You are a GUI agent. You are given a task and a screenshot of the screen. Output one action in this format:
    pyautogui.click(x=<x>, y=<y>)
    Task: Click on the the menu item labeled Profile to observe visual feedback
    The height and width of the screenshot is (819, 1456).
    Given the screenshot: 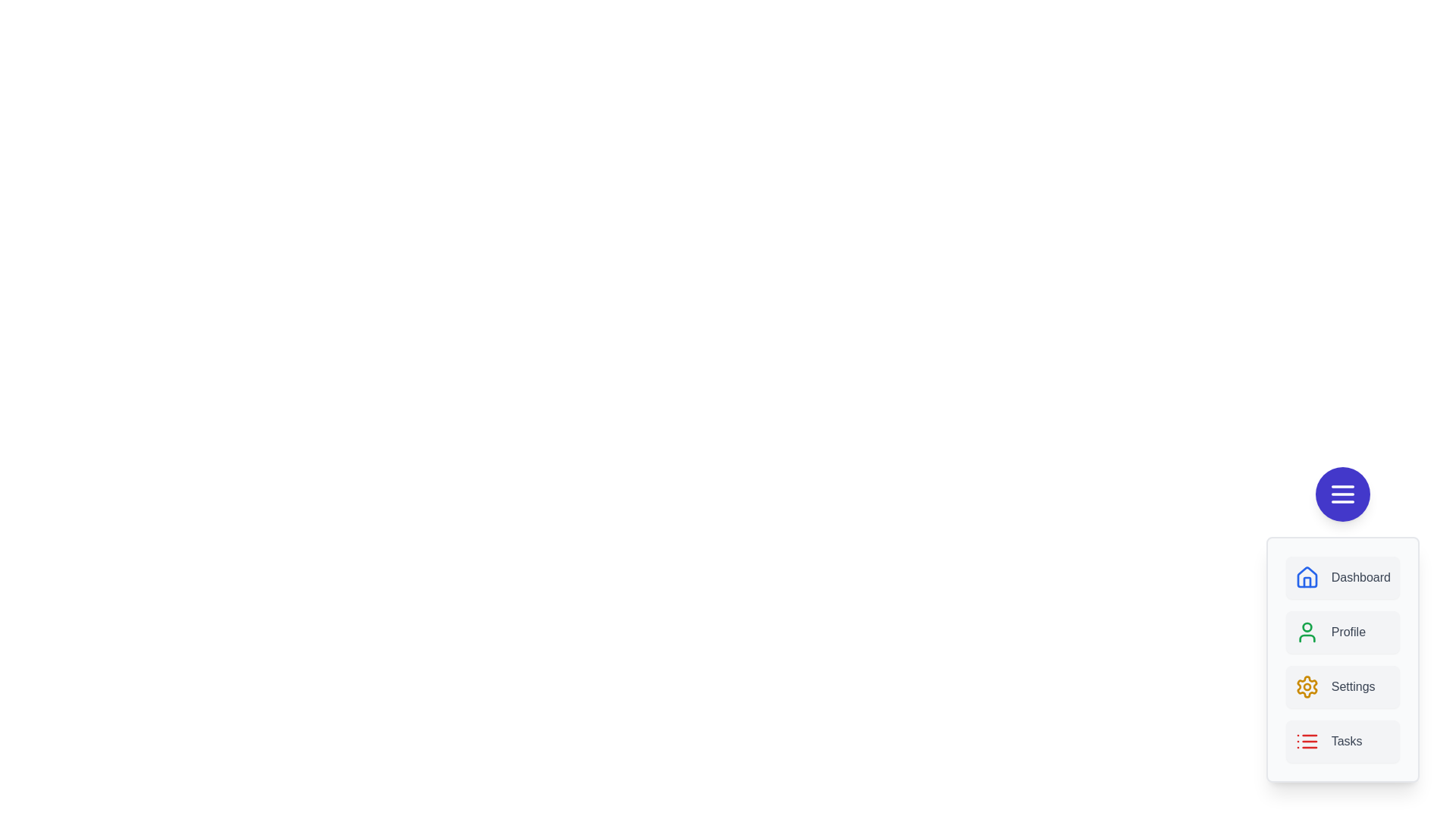 What is the action you would take?
    pyautogui.click(x=1342, y=632)
    